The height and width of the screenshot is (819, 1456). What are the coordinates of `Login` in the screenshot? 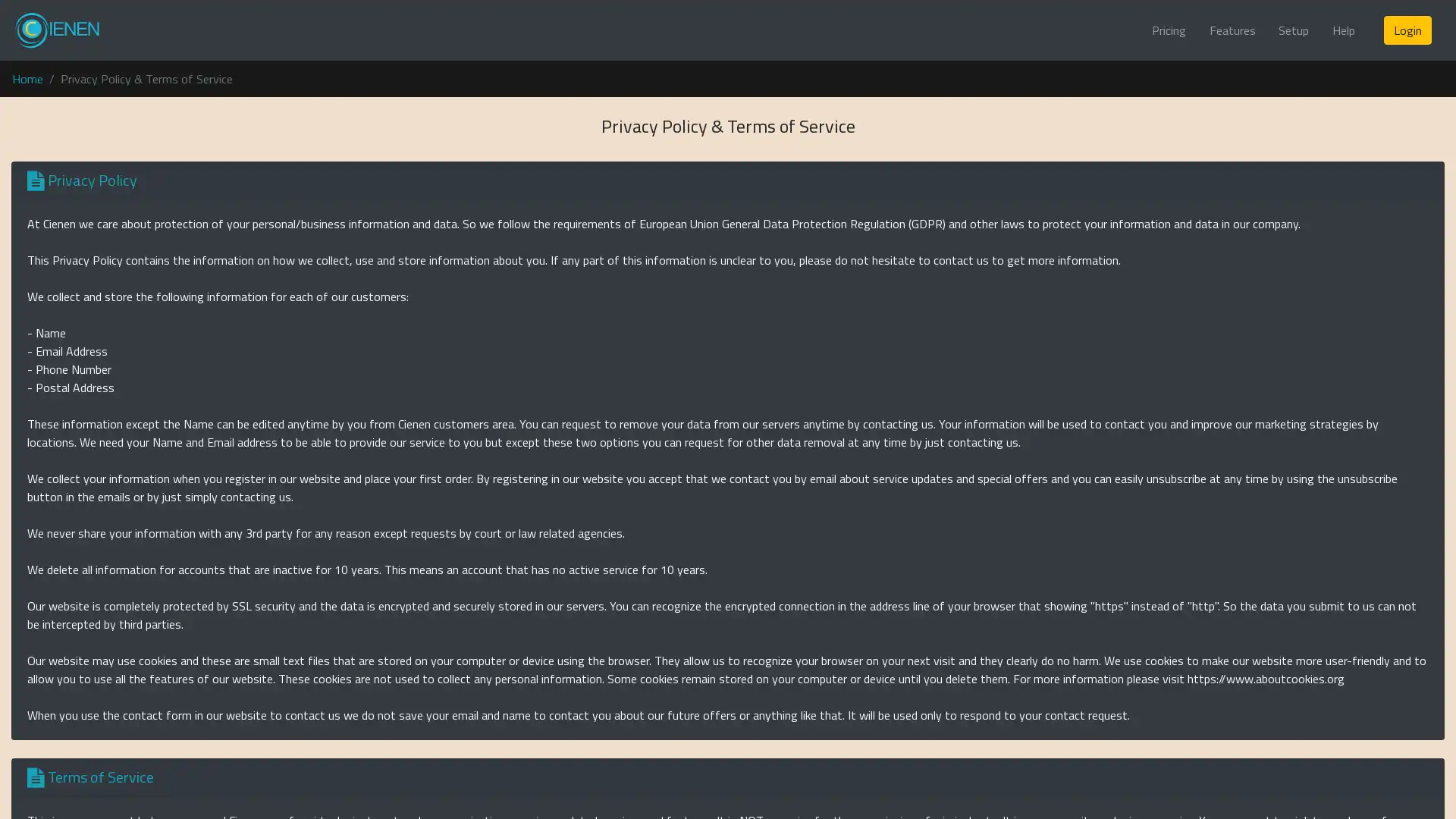 It's located at (1407, 30).